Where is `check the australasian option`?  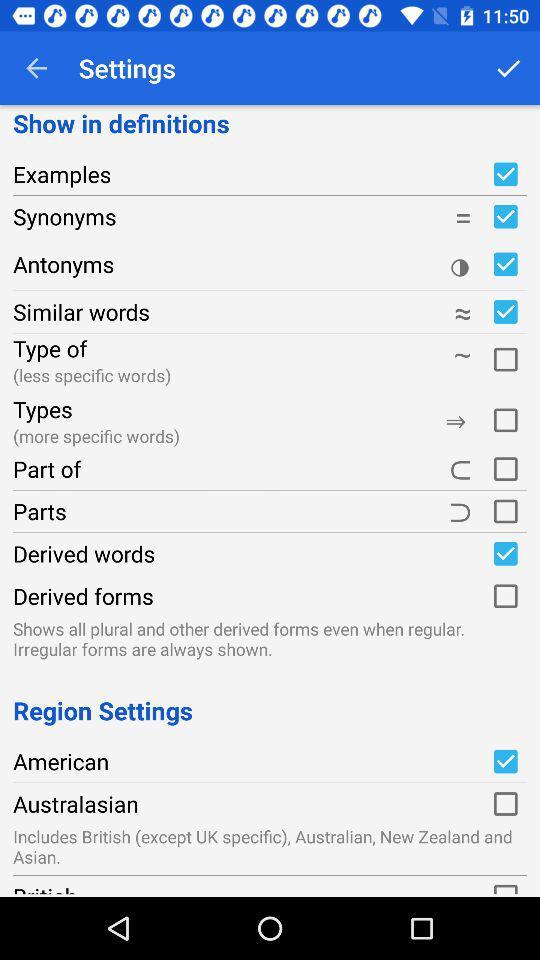
check the australasian option is located at coordinates (504, 804).